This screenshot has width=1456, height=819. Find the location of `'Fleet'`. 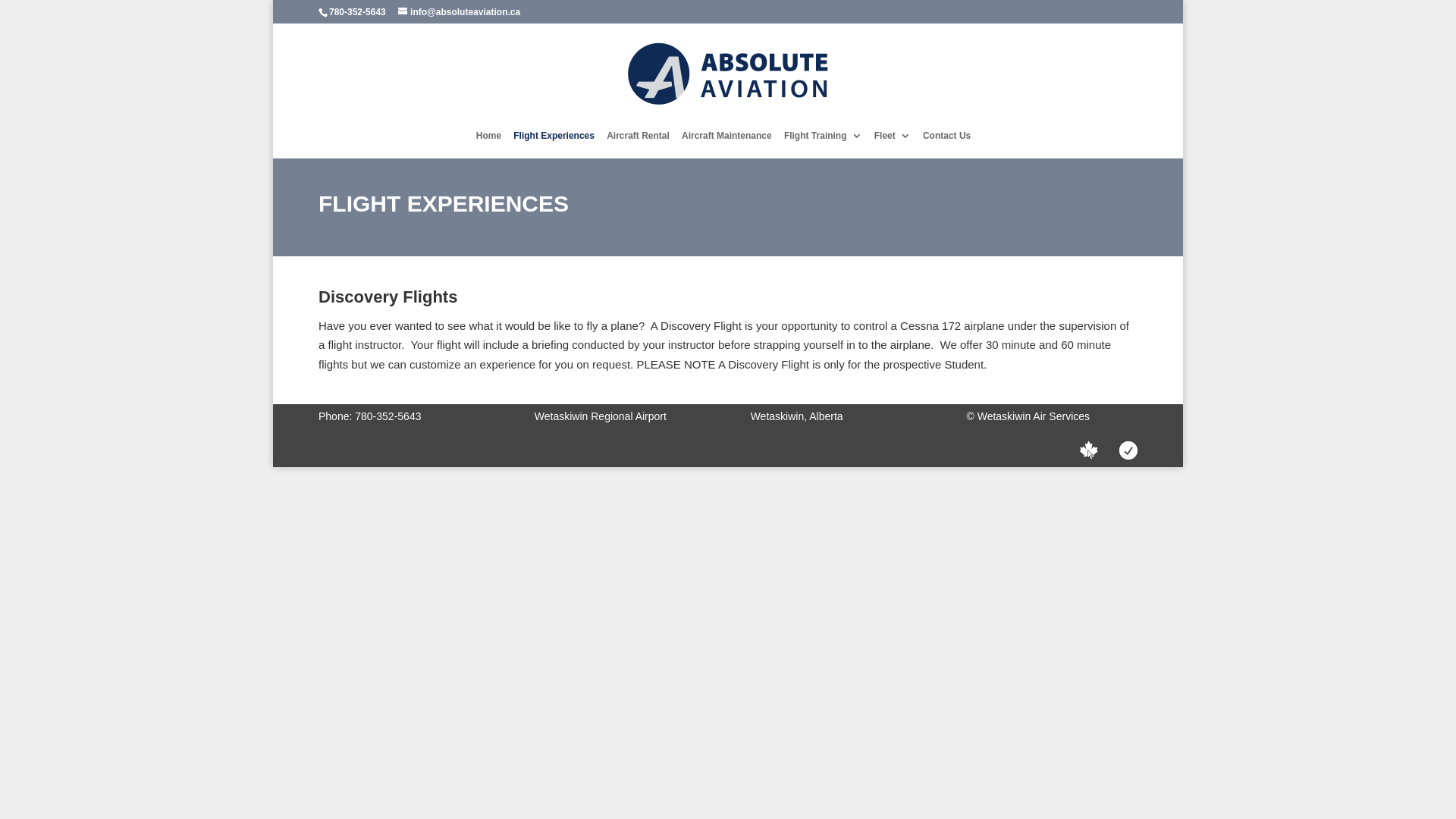

'Fleet' is located at coordinates (874, 145).